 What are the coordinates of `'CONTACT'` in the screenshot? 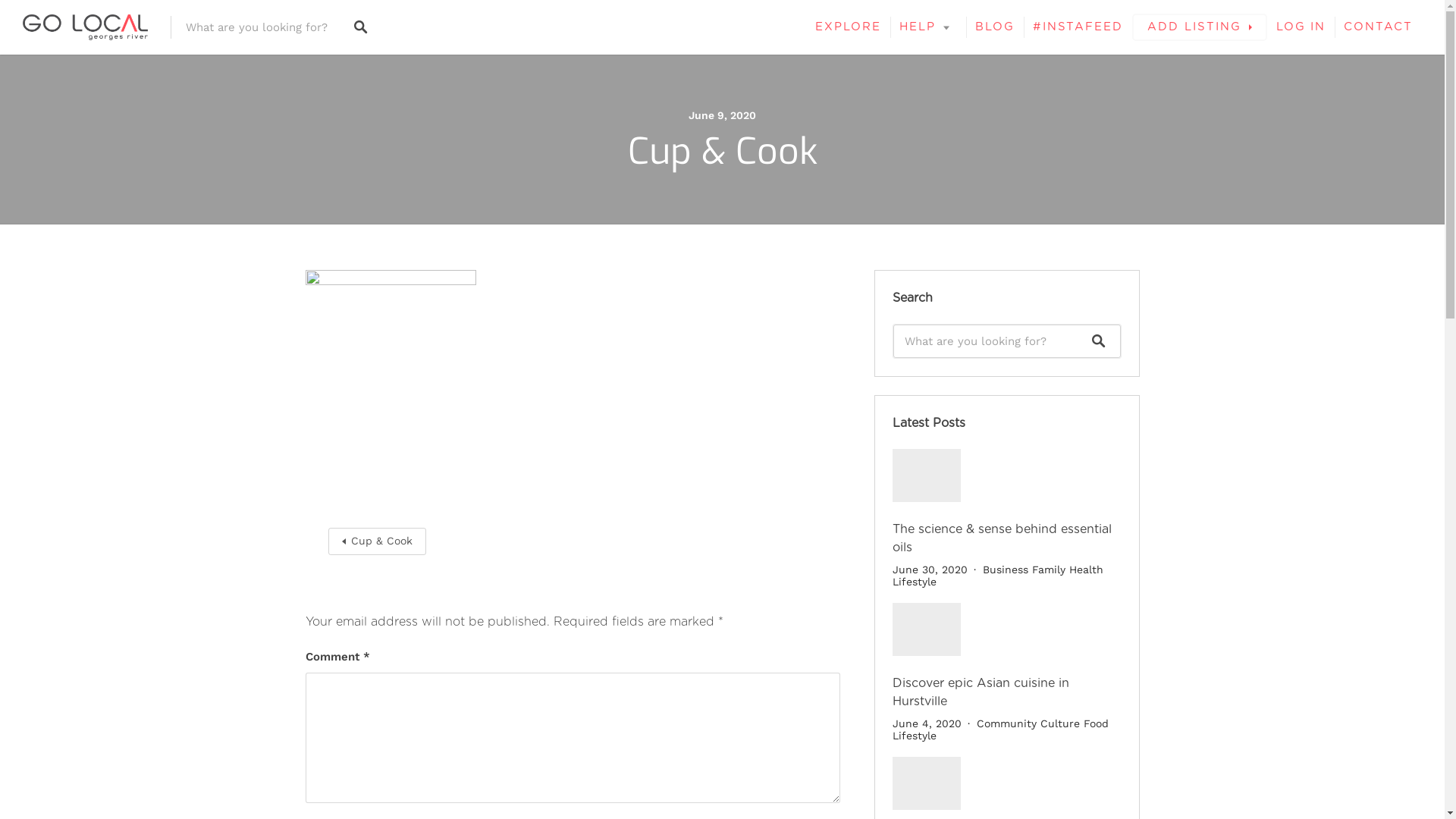 It's located at (1378, 27).